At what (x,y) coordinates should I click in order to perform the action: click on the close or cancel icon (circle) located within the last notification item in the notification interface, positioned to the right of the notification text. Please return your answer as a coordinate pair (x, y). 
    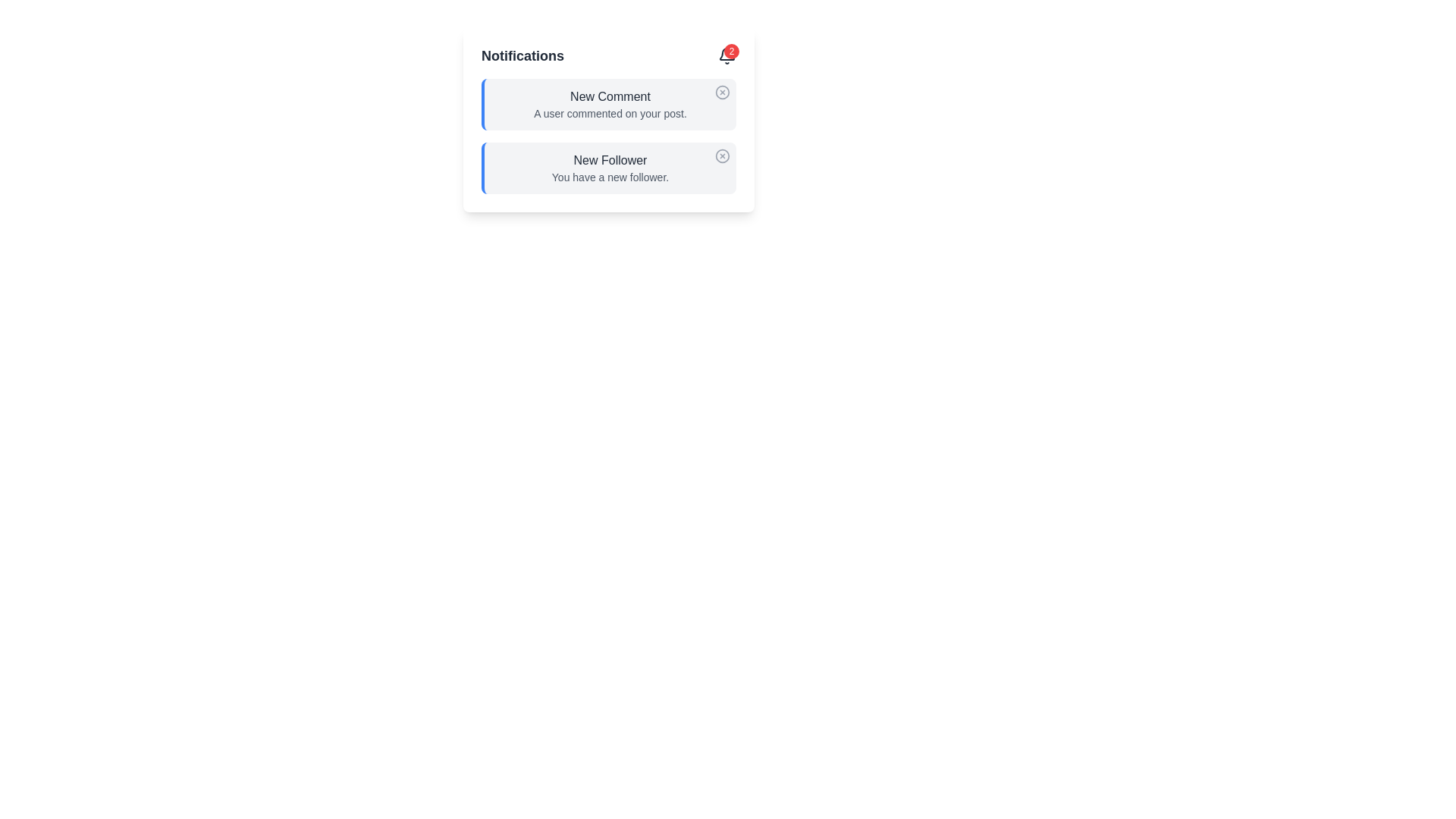
    Looking at the image, I should click on (722, 155).